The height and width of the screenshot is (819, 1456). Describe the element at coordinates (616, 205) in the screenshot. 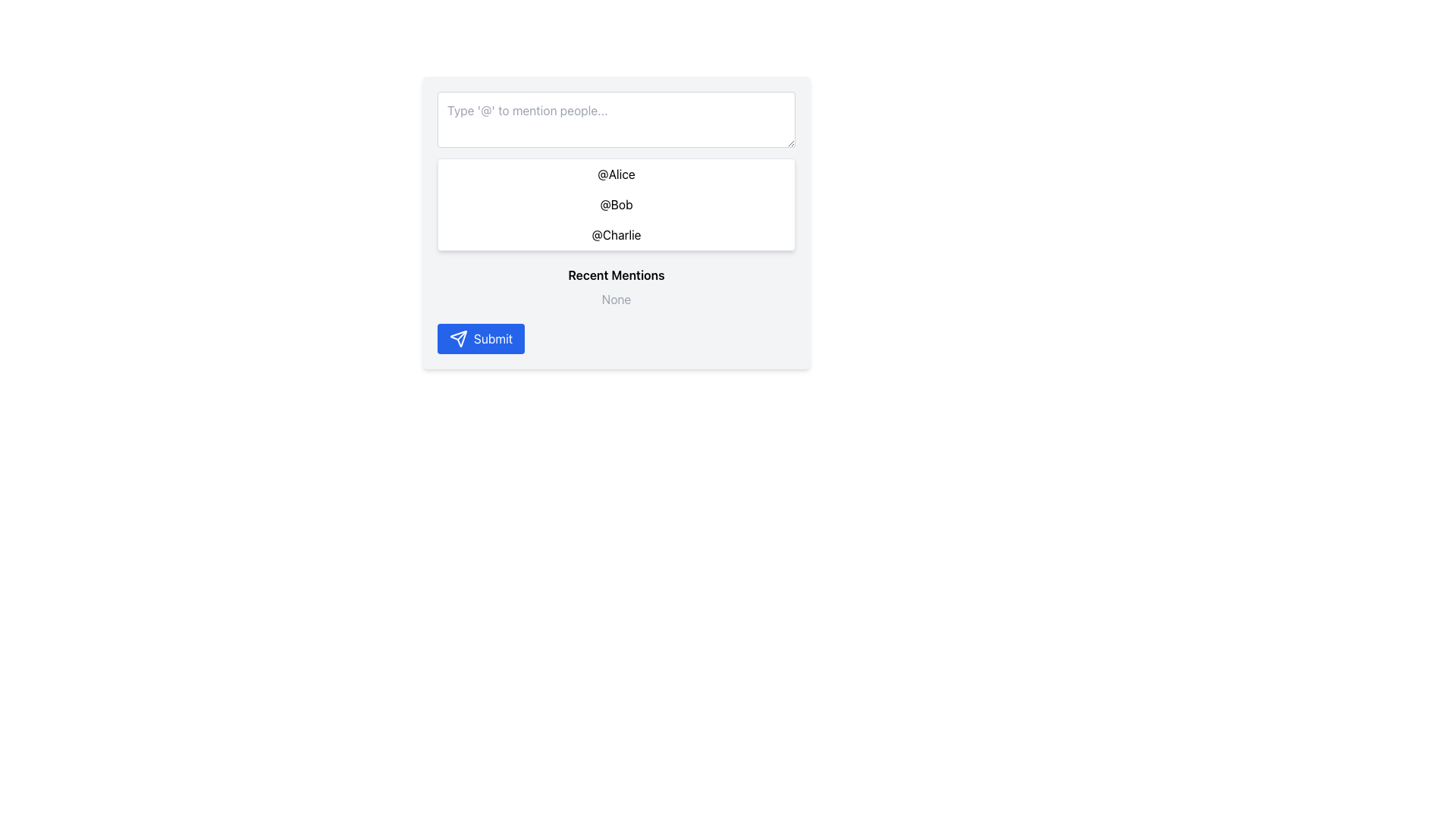

I see `the text list item displaying the username '@Bob'` at that location.